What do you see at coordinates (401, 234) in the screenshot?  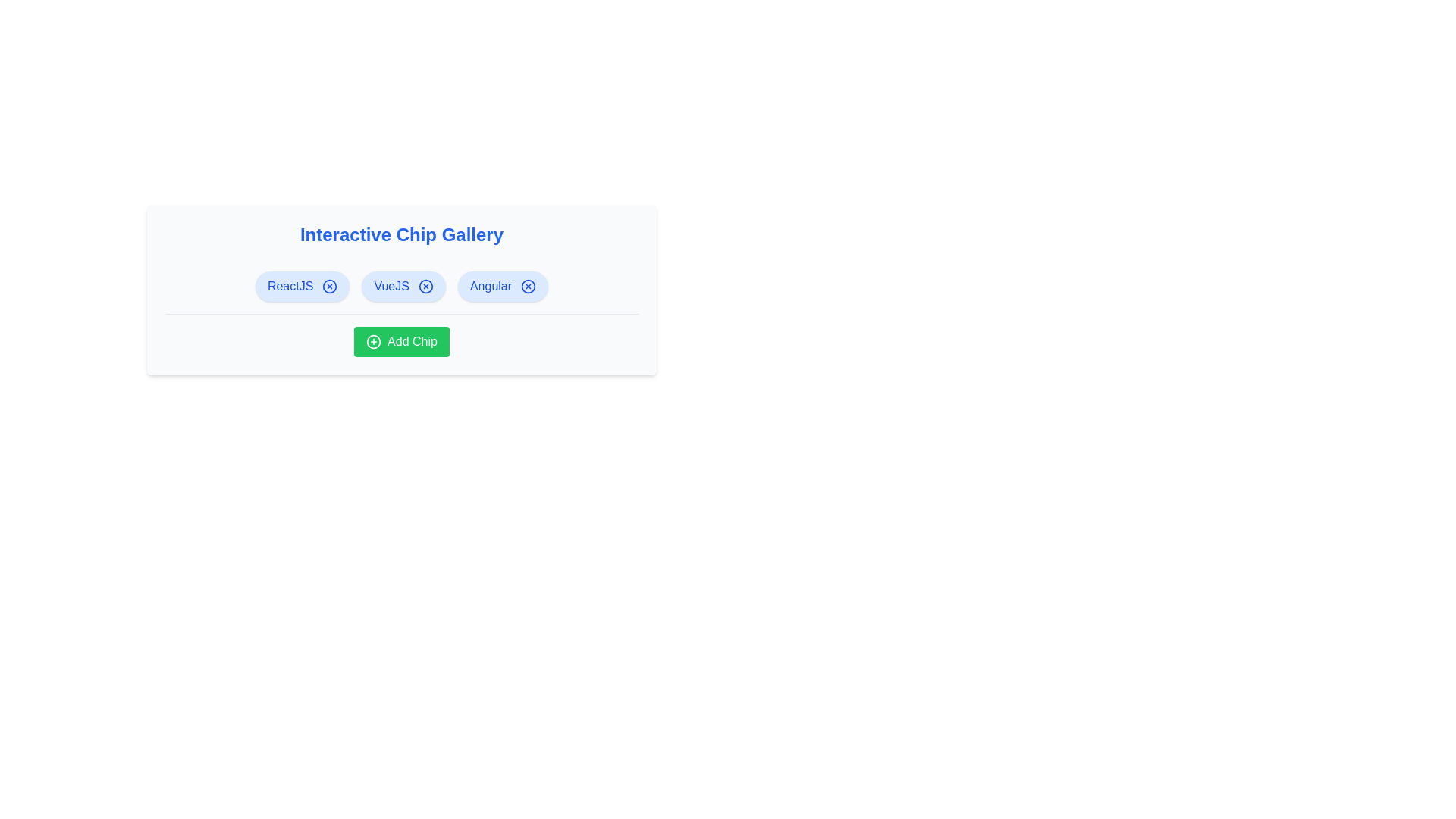 I see `the header text 'Interactive Chip Gallery' and read its content` at bounding box center [401, 234].